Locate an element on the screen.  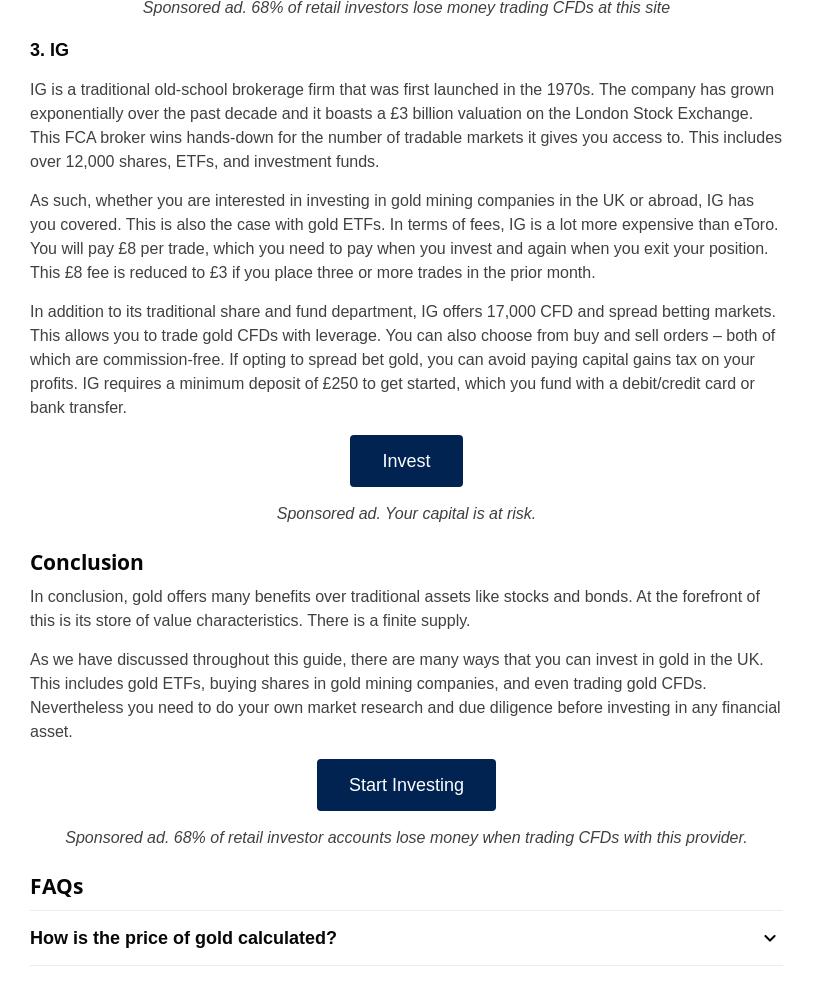
'As we have discussed throughout this guide, there are many ways that you can invest in gold in the UK. This includes gold ETFs, buying shares in gold mining companies, and even trading gold CFDs. Nevertheless you need to do your own market research and due diligence before investing in any financial asset.' is located at coordinates (404, 695).